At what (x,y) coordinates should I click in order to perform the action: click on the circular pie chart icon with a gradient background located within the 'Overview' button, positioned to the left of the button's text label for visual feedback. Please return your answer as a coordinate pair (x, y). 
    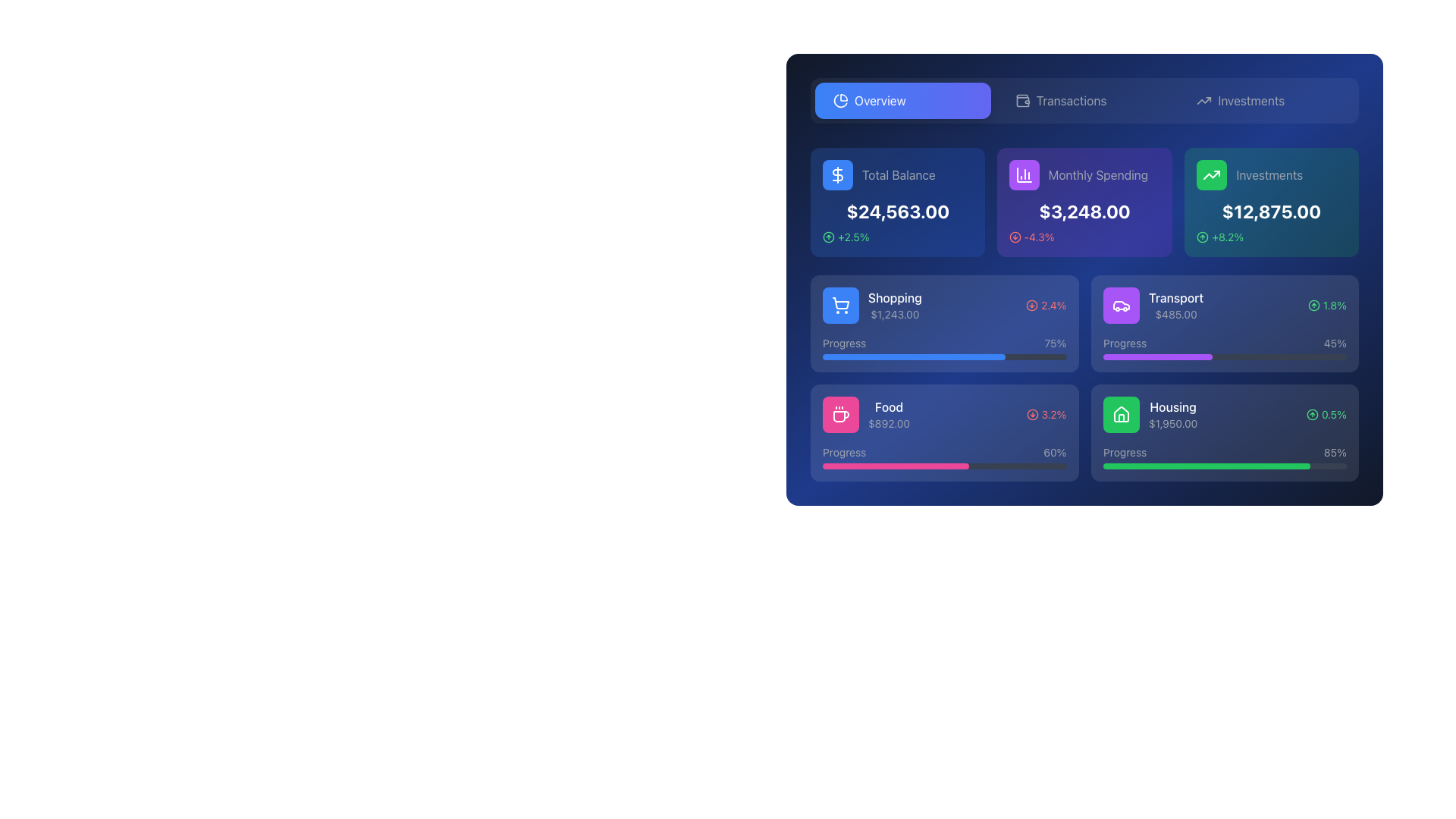
    Looking at the image, I should click on (839, 100).